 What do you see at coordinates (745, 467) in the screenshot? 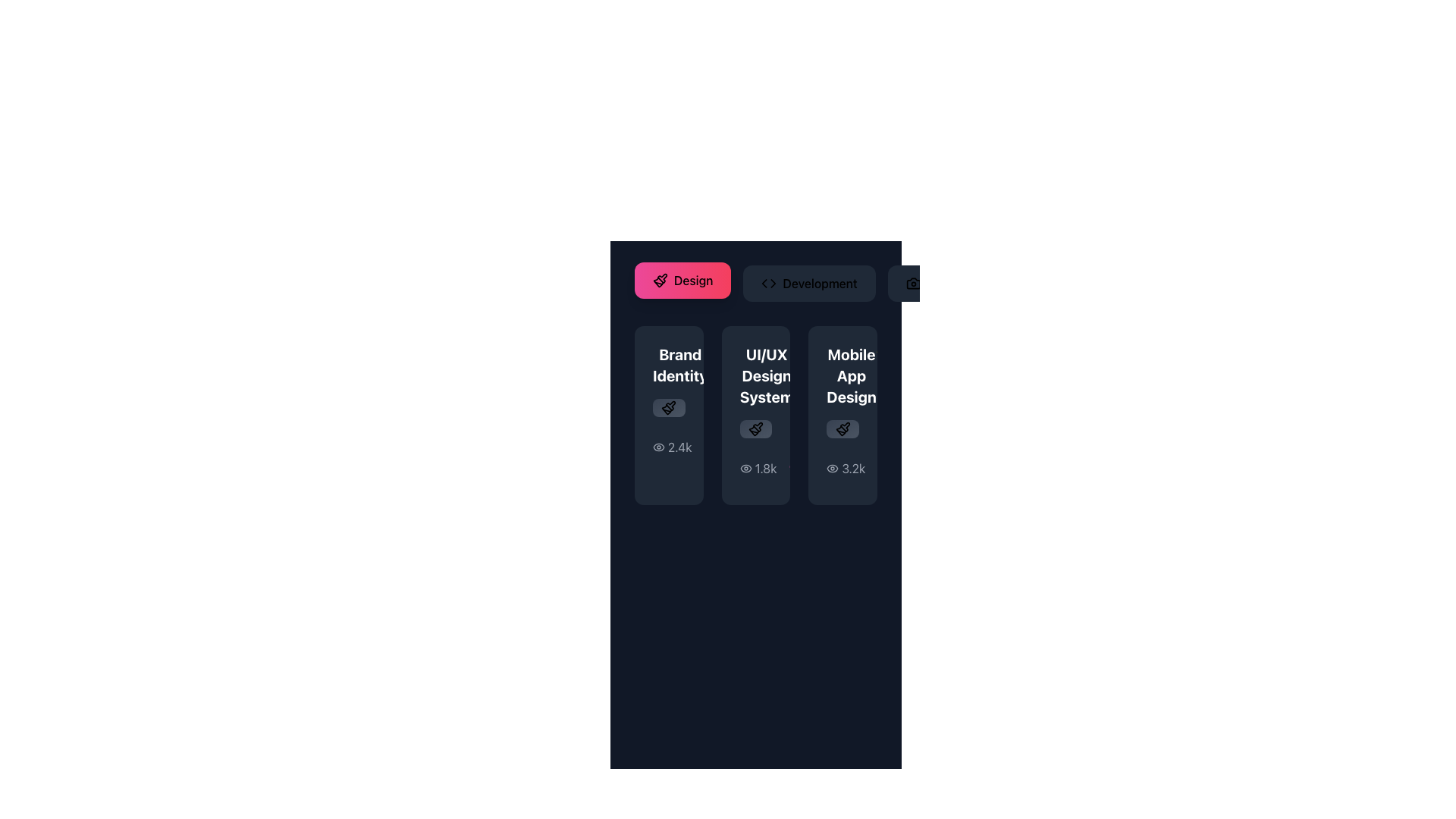
I see `the visibility icon located to the left of the text '1.8k' in the middle panel labeled 'UI/UX Design System'` at bounding box center [745, 467].